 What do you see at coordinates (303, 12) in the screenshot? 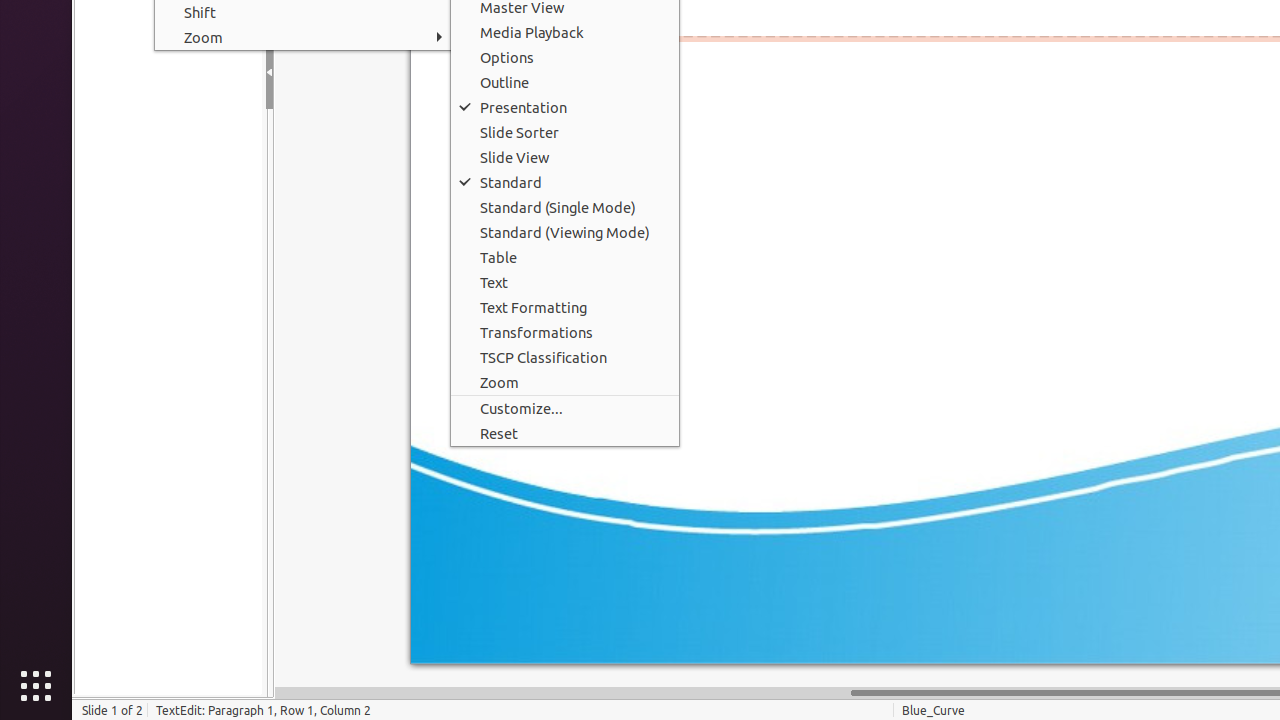
I see `'Shift'` at bounding box center [303, 12].